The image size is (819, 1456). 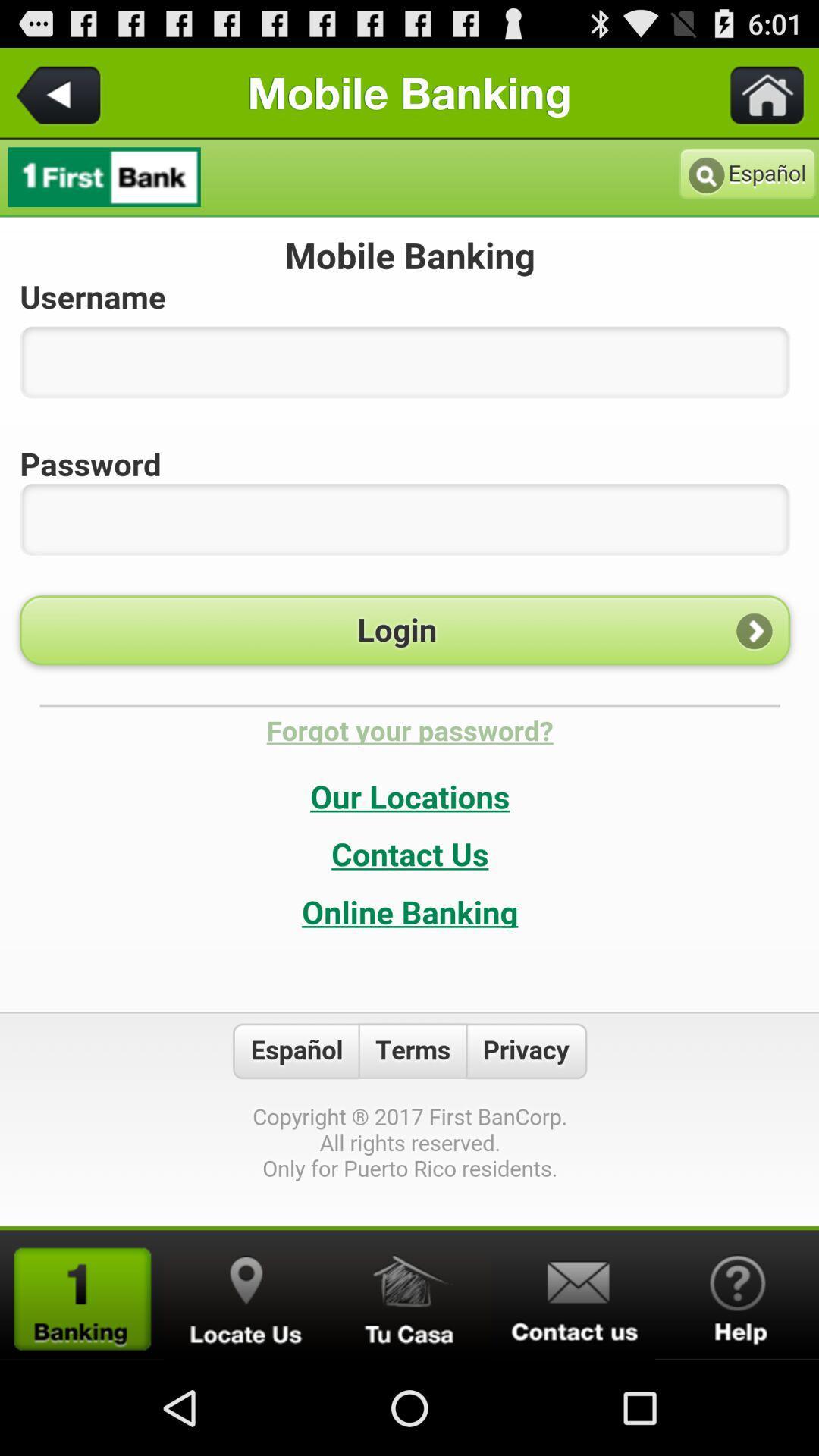 What do you see at coordinates (245, 1294) in the screenshot?
I see `look for locations` at bounding box center [245, 1294].